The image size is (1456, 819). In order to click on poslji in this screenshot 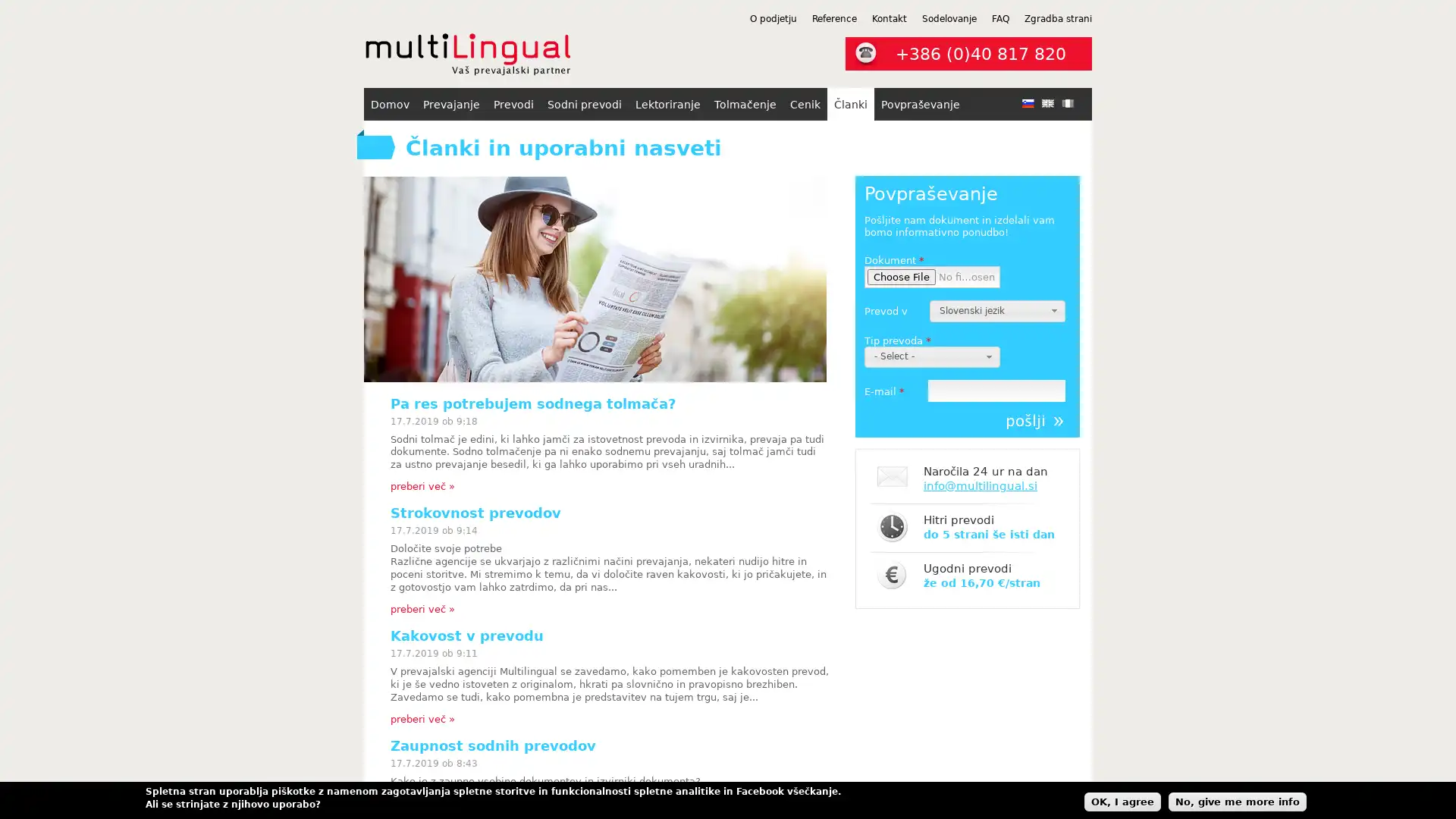, I will do `click(1034, 421)`.